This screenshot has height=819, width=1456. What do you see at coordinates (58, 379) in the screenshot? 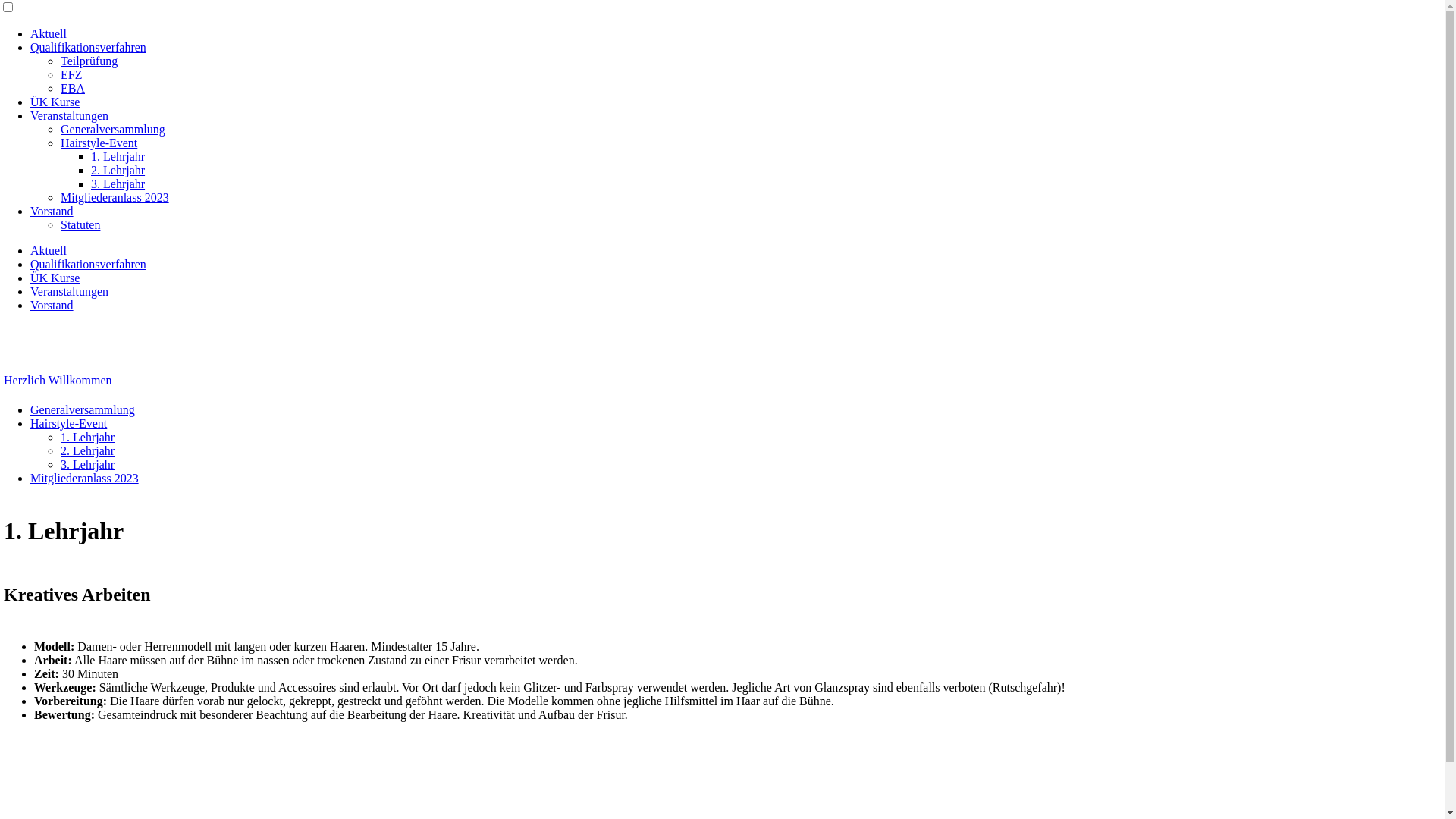
I see `'Herzlich Willkommen'` at bounding box center [58, 379].